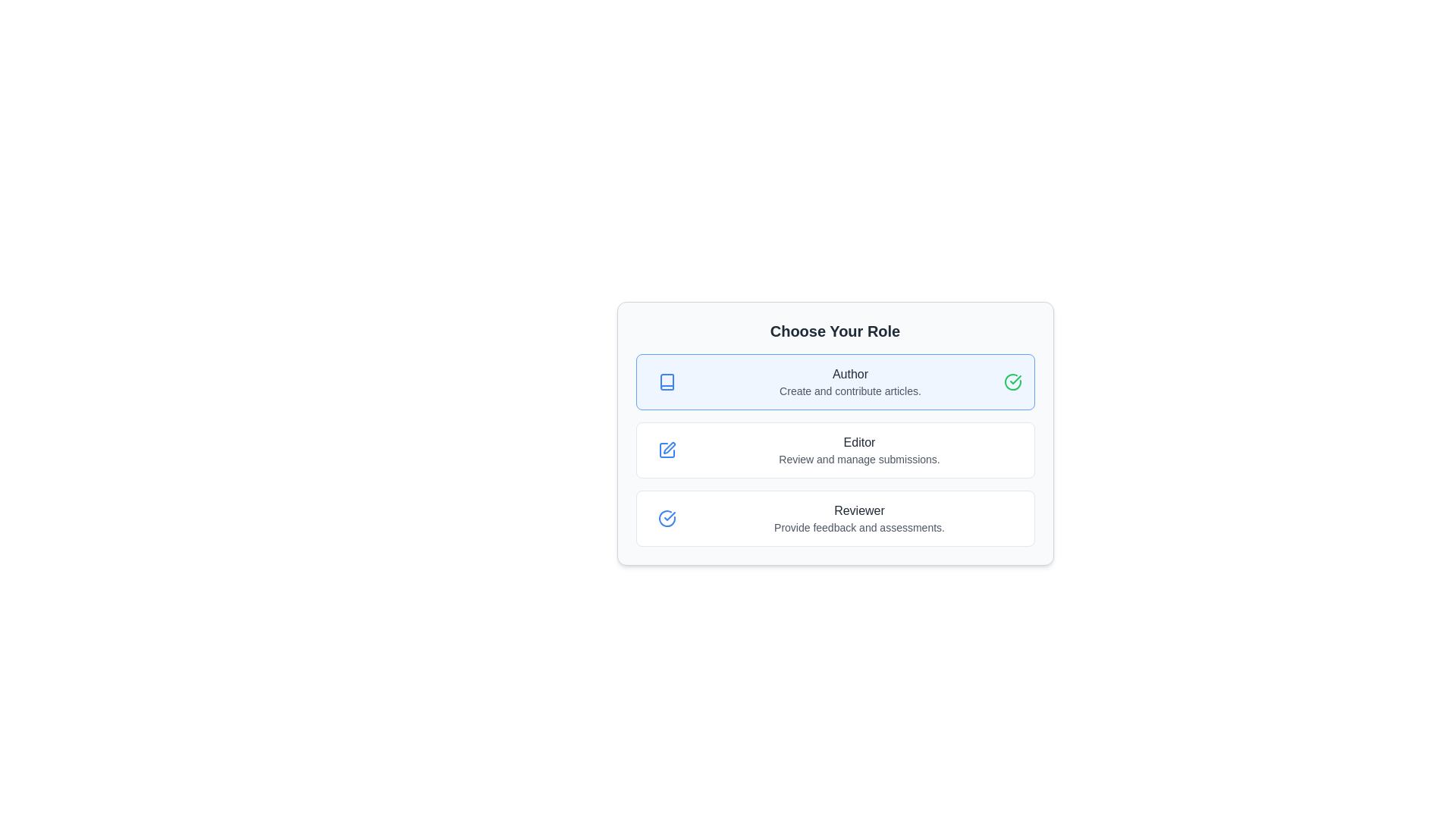 Image resolution: width=1456 pixels, height=819 pixels. What do you see at coordinates (859, 517) in the screenshot?
I see `the 'Reviewer' role label text block that provides context with 'Provide feedback and assessments.'` at bounding box center [859, 517].